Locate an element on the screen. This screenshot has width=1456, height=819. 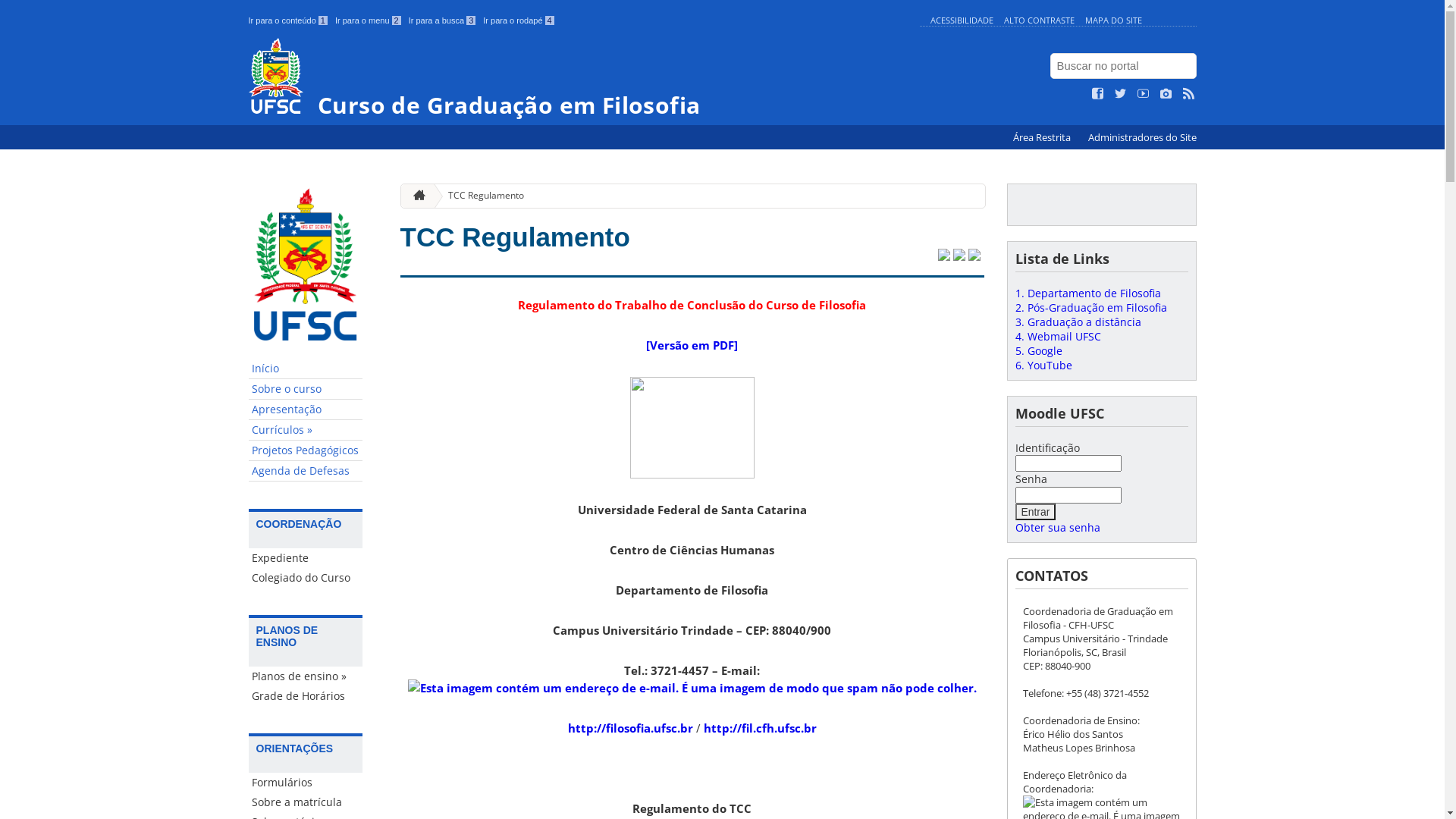
'http://filosofia.ufsc.br' is located at coordinates (629, 727).